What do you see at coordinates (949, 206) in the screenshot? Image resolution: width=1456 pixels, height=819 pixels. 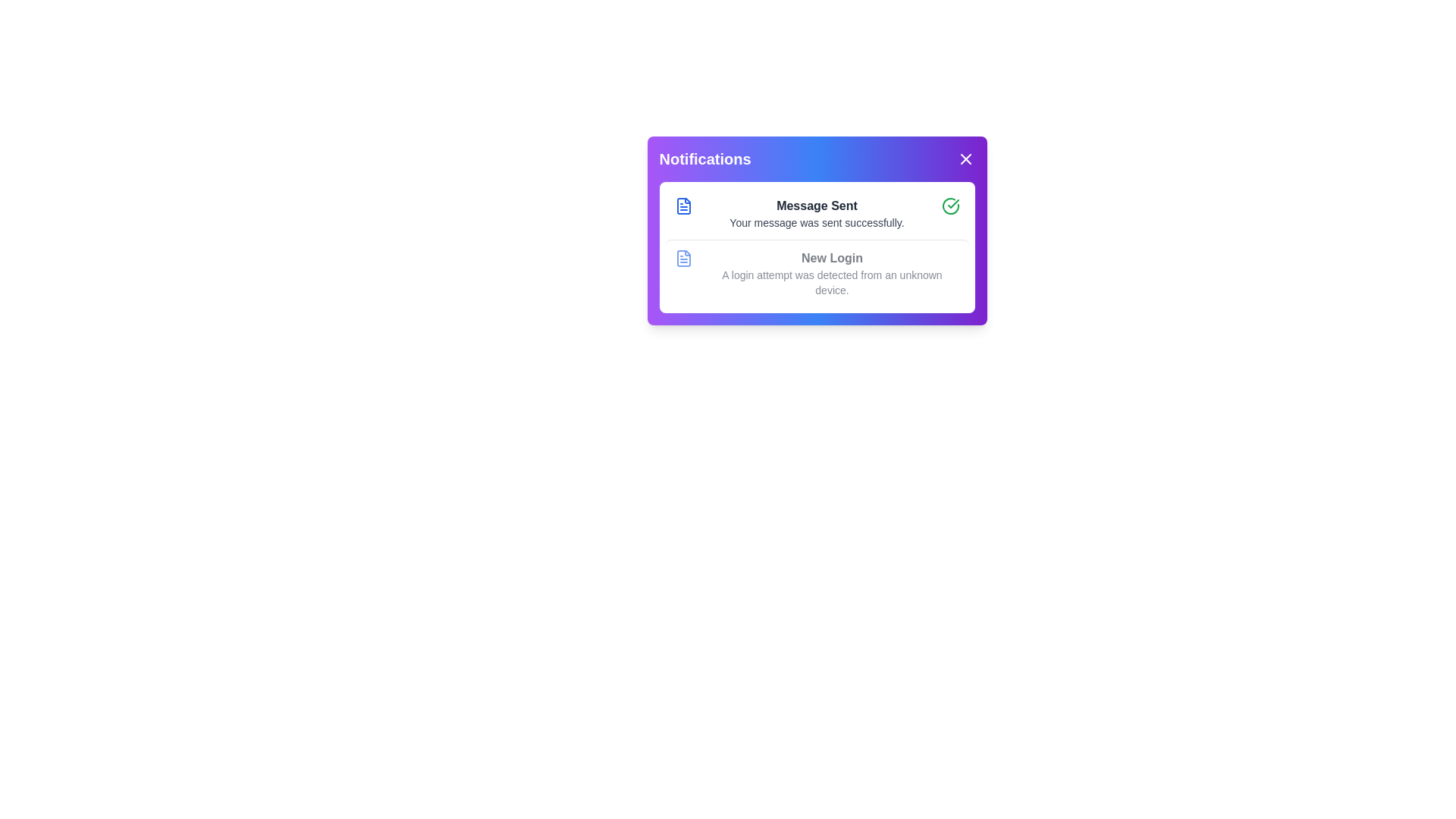 I see `the green circular checkmark icon located to the right of the 'Message Sent' heading in the notification popup to acknowledge or open details` at bounding box center [949, 206].